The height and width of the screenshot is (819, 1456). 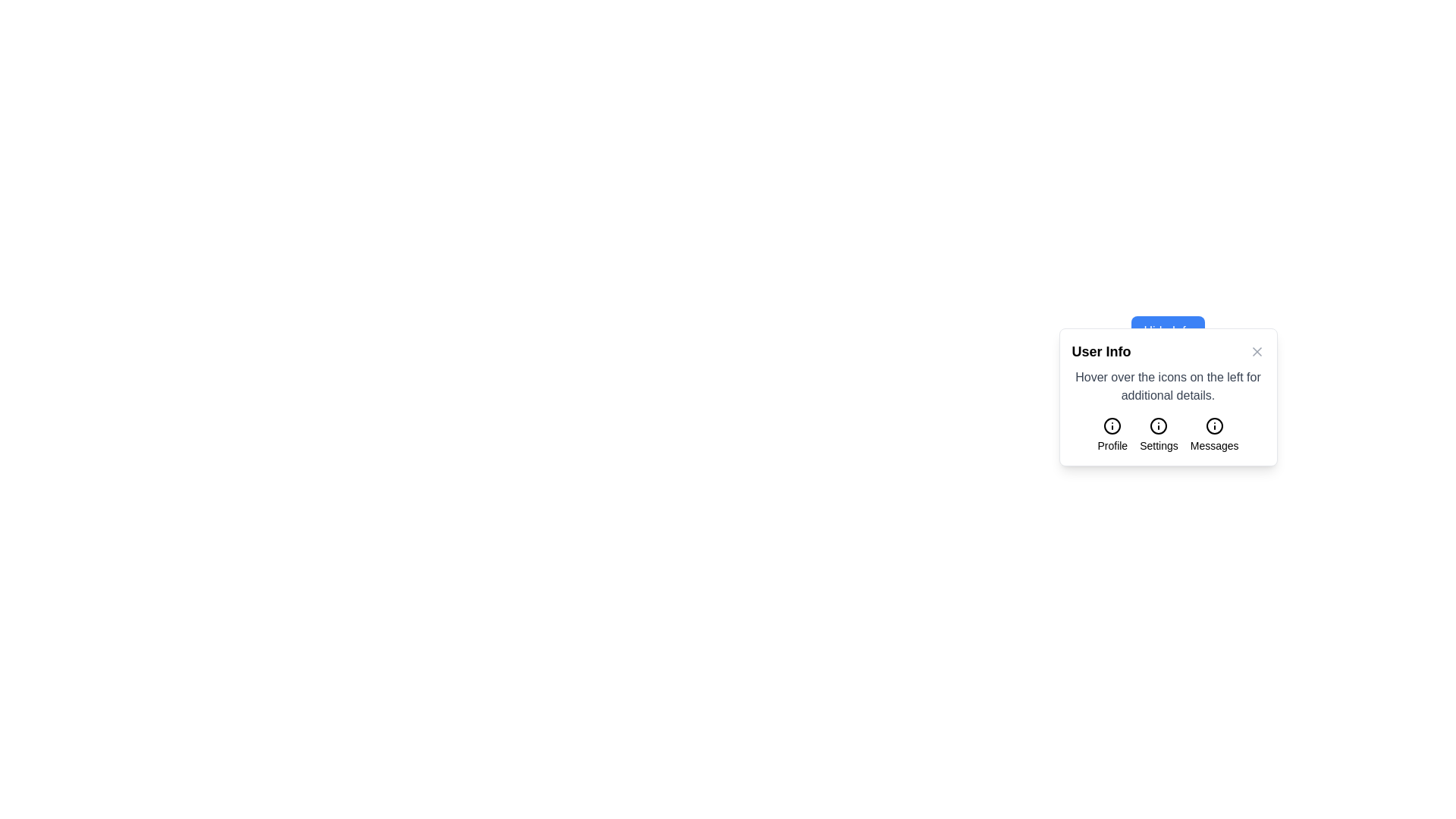 I want to click on text label displaying 'Messages' which is centrally aligned below an icon in a small font, so click(x=1214, y=444).